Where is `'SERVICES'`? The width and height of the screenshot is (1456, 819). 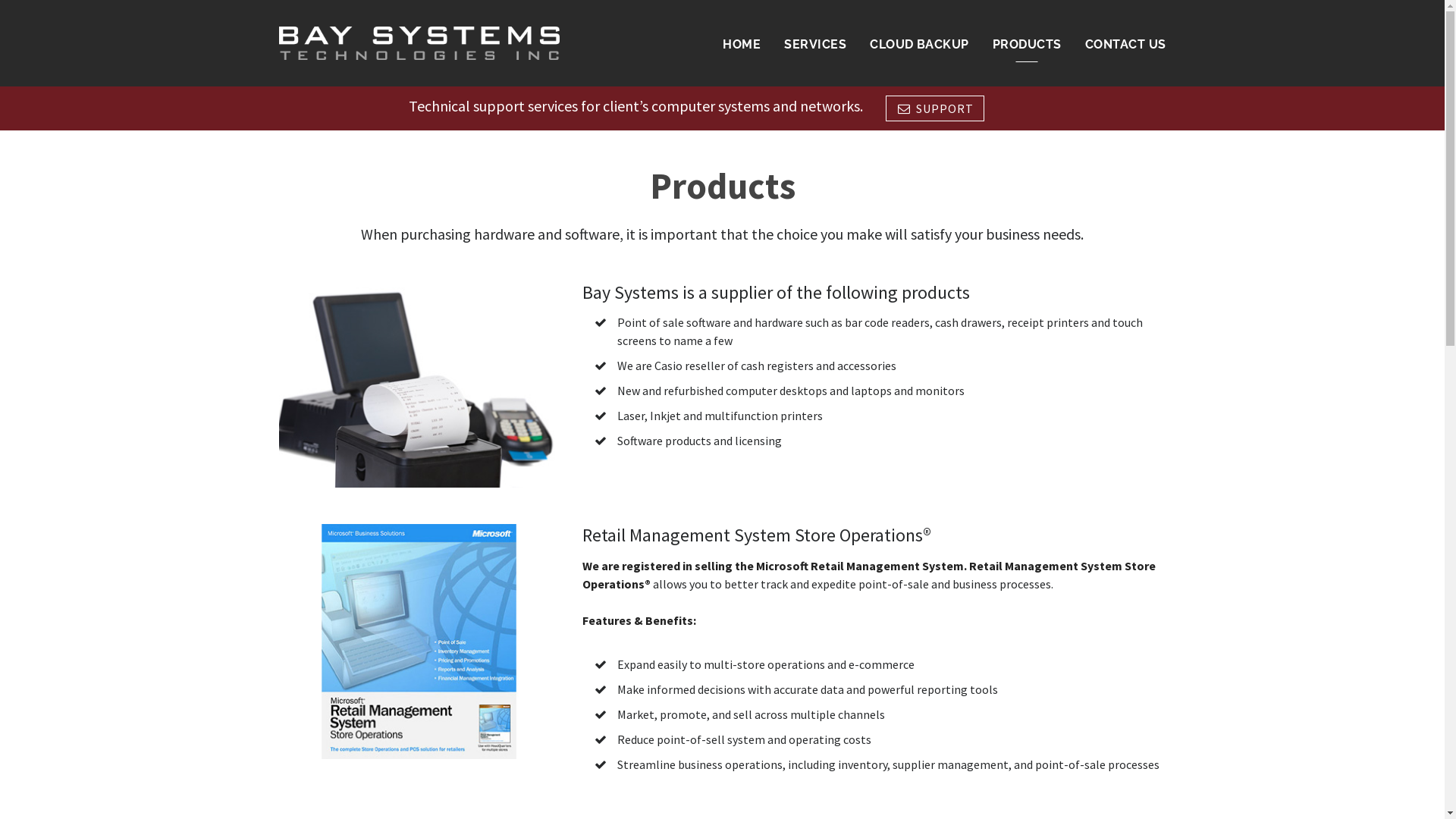 'SERVICES' is located at coordinates (814, 43).